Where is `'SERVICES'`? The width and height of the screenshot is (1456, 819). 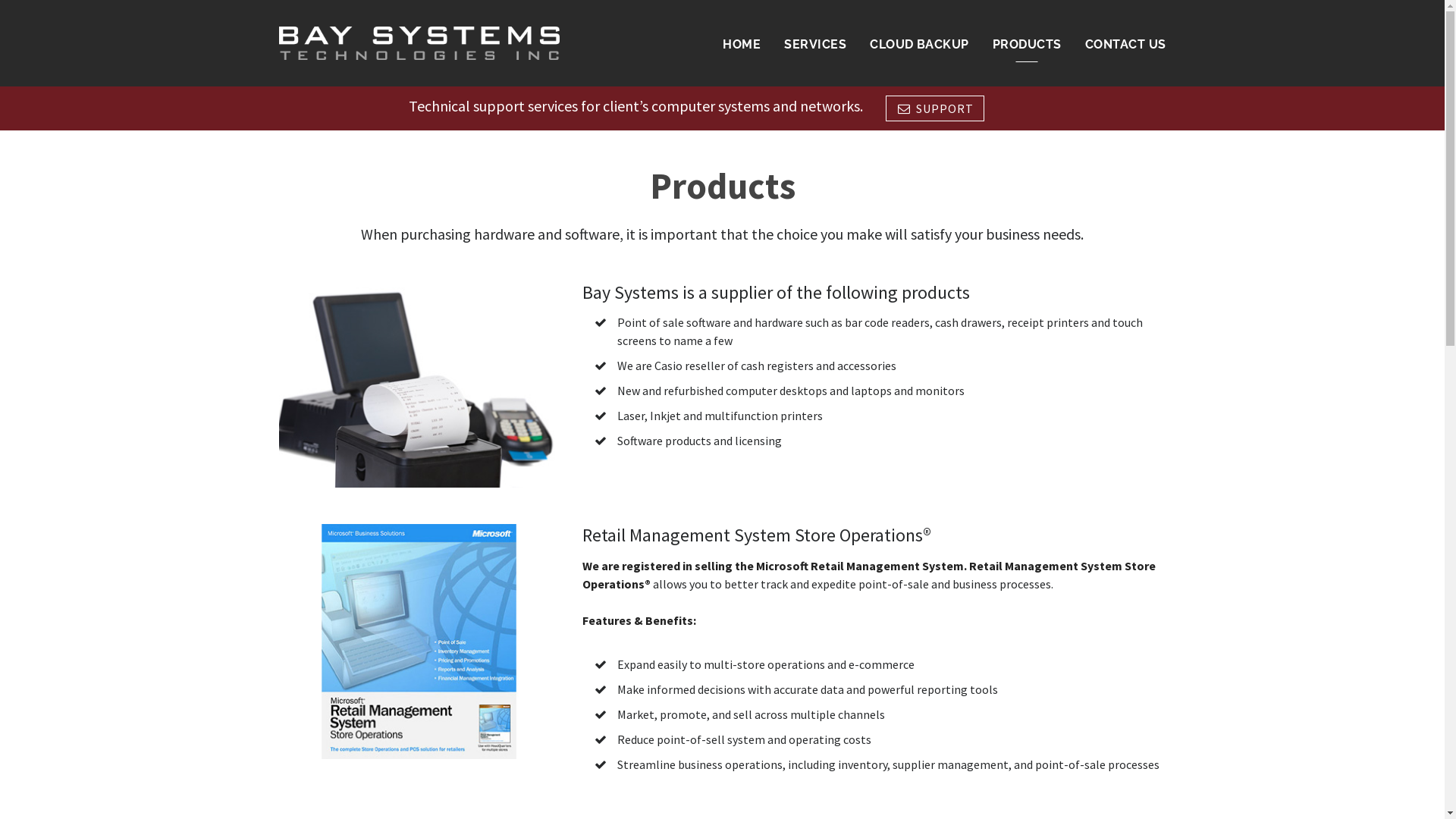 'SERVICES' is located at coordinates (814, 43).